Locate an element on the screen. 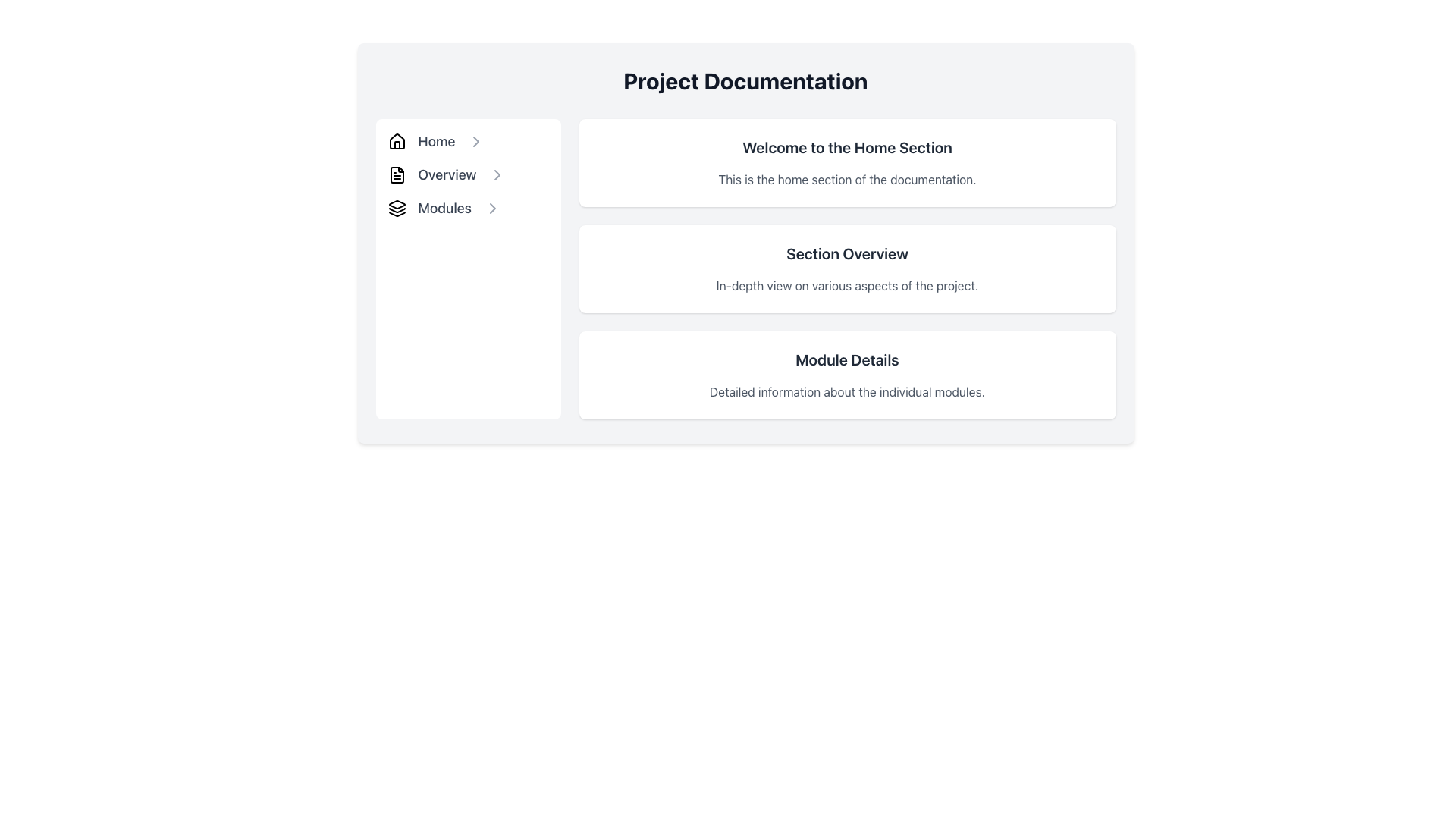 This screenshot has width=1456, height=819. the Chevron icon located at the right side of the 'Modules' text item in the vertical navigation menu is located at coordinates (492, 208).